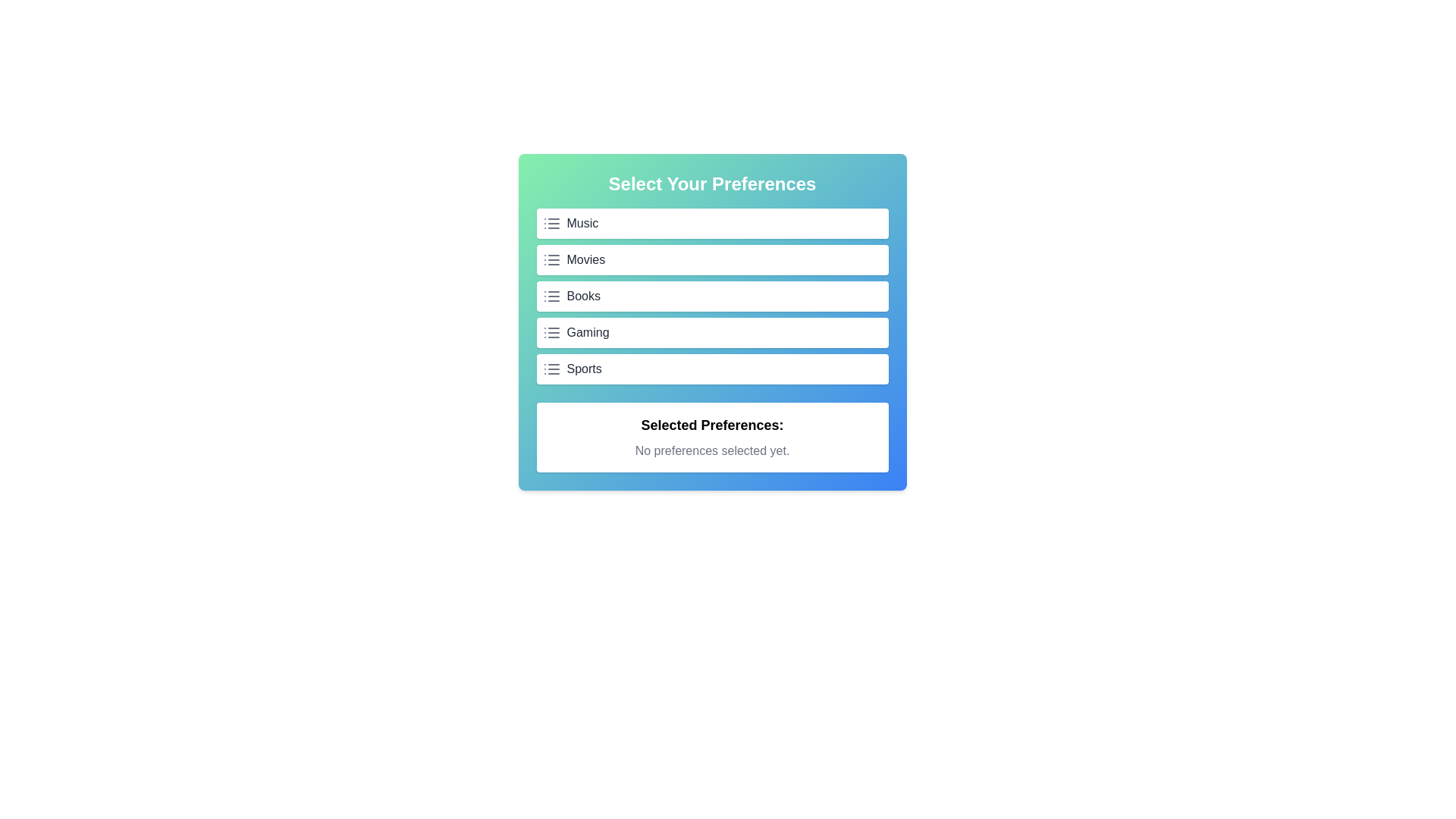  What do you see at coordinates (711, 259) in the screenshot?
I see `the 'Movies' selectable option located in the vertical list of preferences, positioned between 'Music' and 'Books'` at bounding box center [711, 259].